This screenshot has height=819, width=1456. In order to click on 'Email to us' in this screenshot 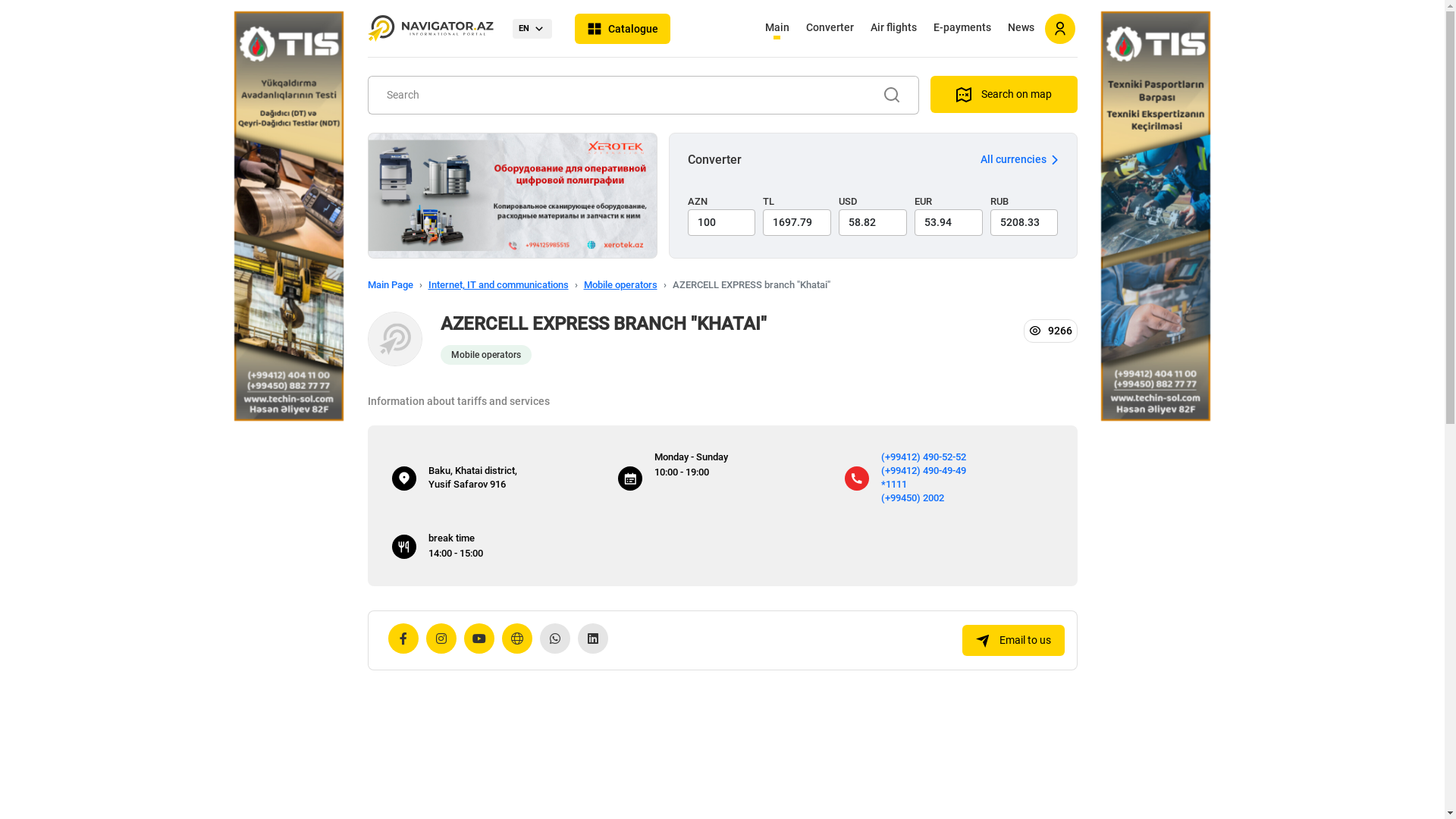, I will do `click(1012, 640)`.